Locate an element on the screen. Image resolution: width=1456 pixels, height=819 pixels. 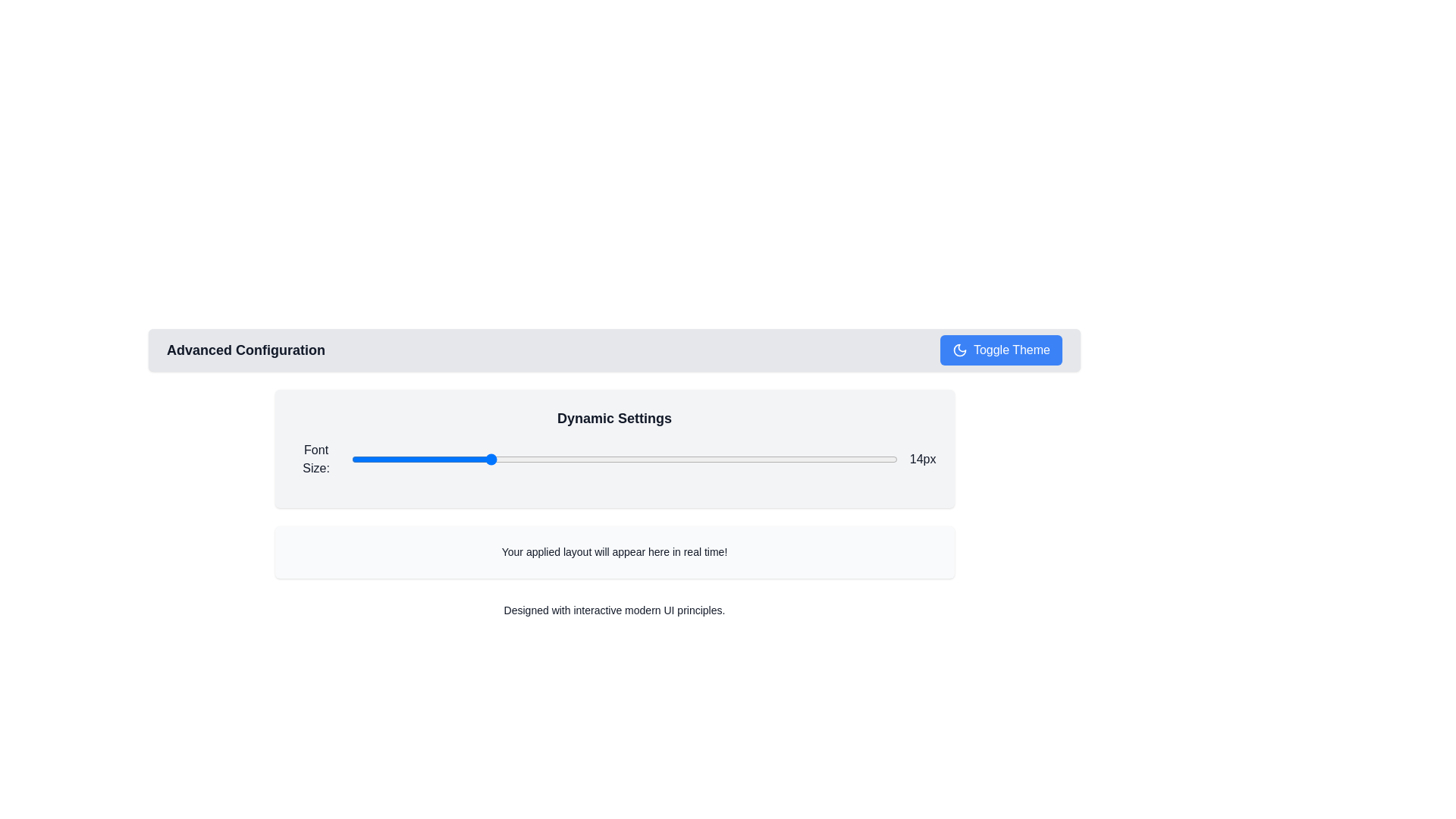
descriptive text element positioned at the bottom of the layout, which communicates that the interface has been designed using modern UI principles is located at coordinates (614, 610).